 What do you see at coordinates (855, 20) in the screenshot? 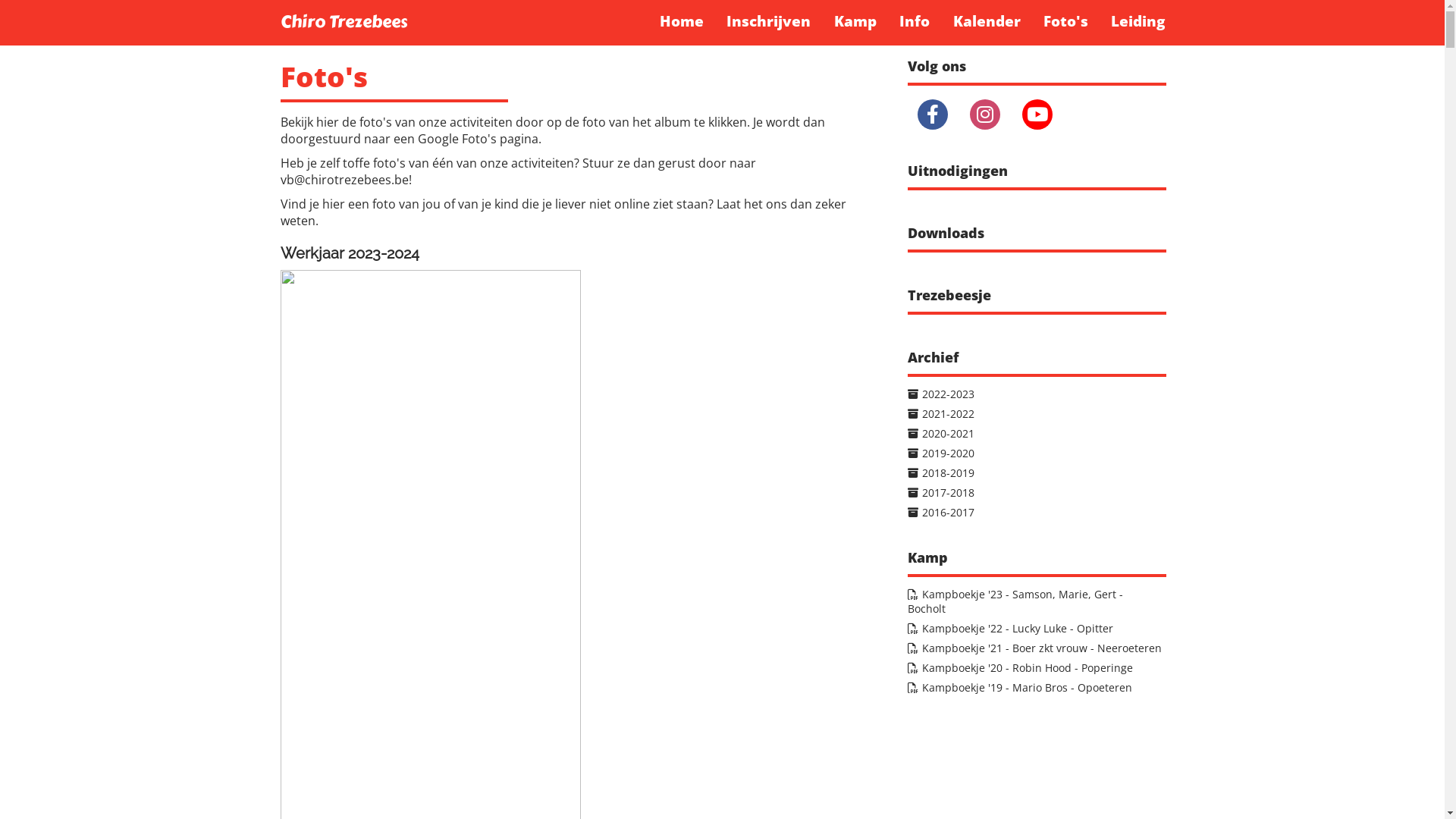
I see `'Kamp'` at bounding box center [855, 20].